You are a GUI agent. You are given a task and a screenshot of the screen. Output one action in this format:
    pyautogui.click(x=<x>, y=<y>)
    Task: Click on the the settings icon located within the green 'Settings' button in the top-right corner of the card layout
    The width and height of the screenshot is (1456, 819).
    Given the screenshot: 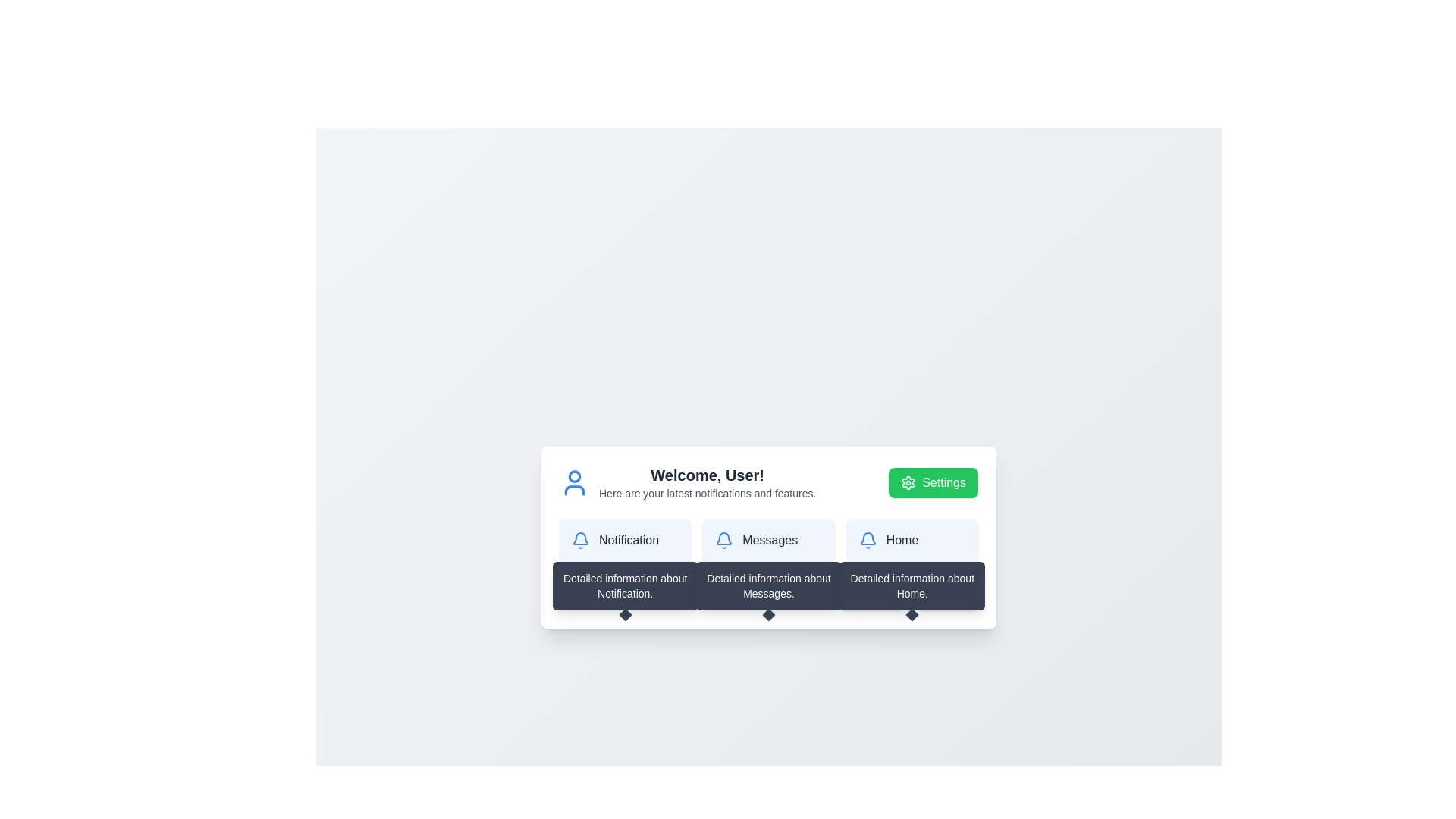 What is the action you would take?
    pyautogui.click(x=908, y=482)
    